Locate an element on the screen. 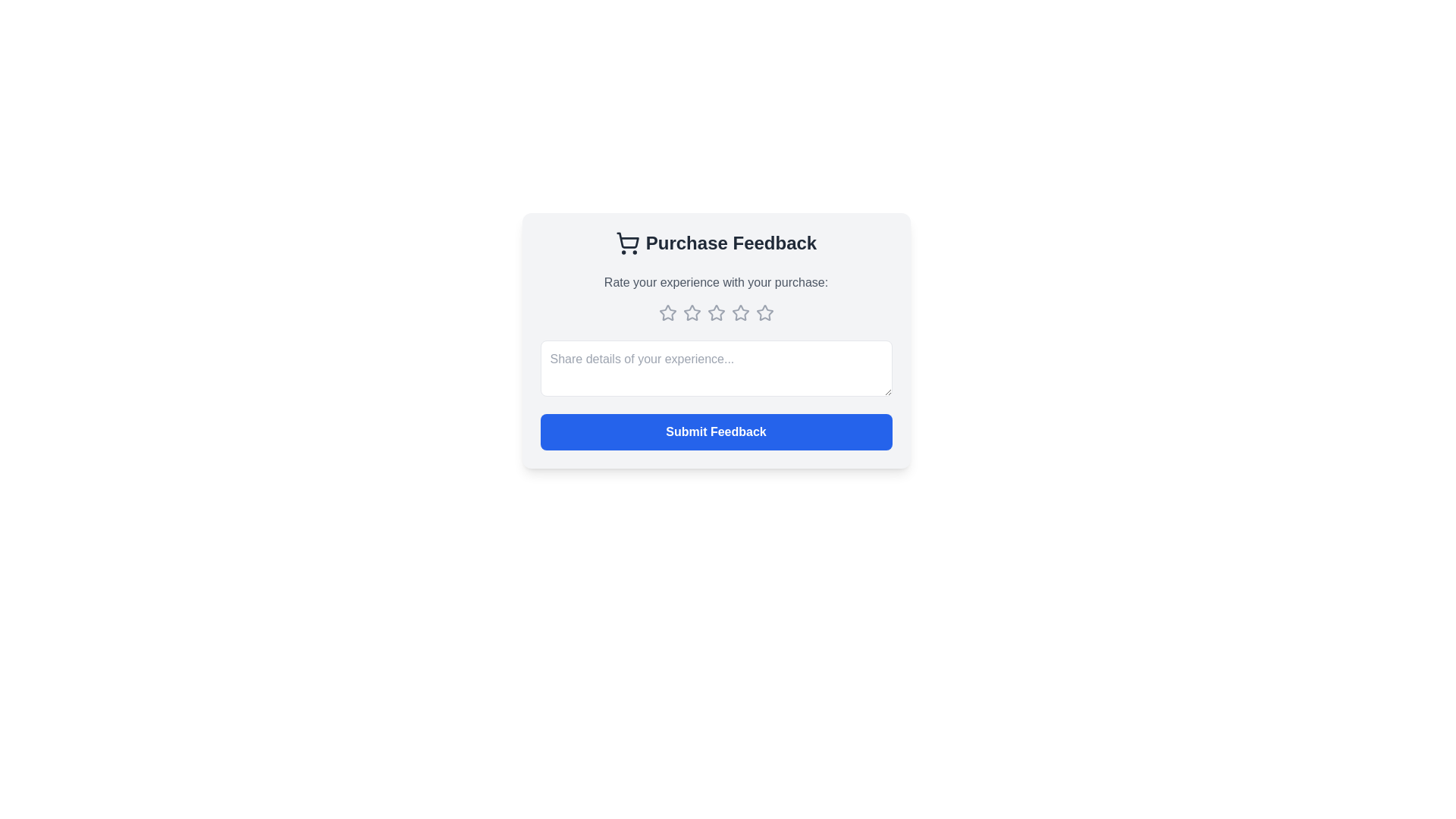 This screenshot has width=1456, height=819. the header with an icon indicating the purpose of the feedback section related to a purchase is located at coordinates (715, 242).